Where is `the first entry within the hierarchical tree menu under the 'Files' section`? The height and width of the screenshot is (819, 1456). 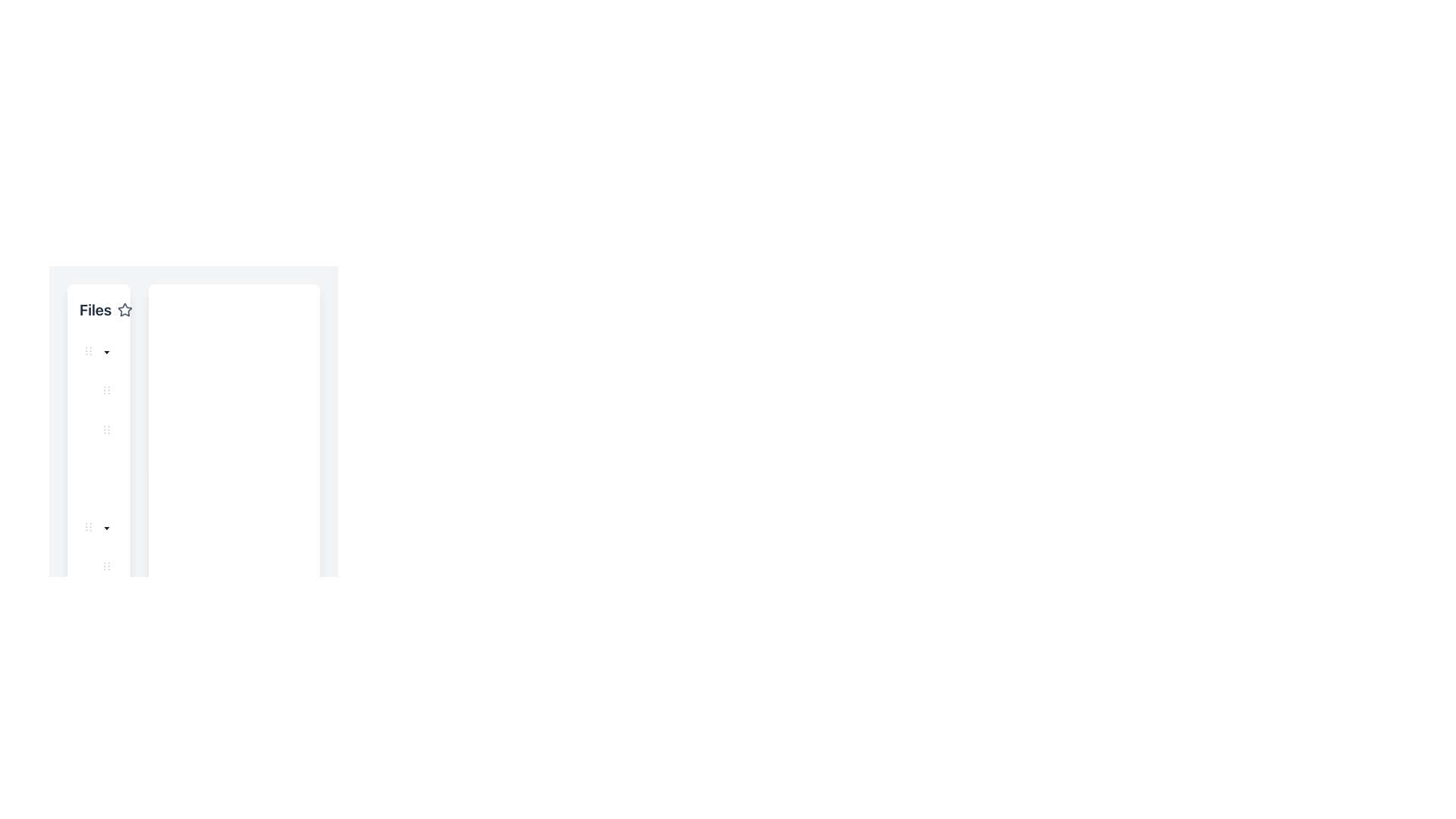 the first entry within the hierarchical tree menu under the 'Files' section is located at coordinates (98, 359).